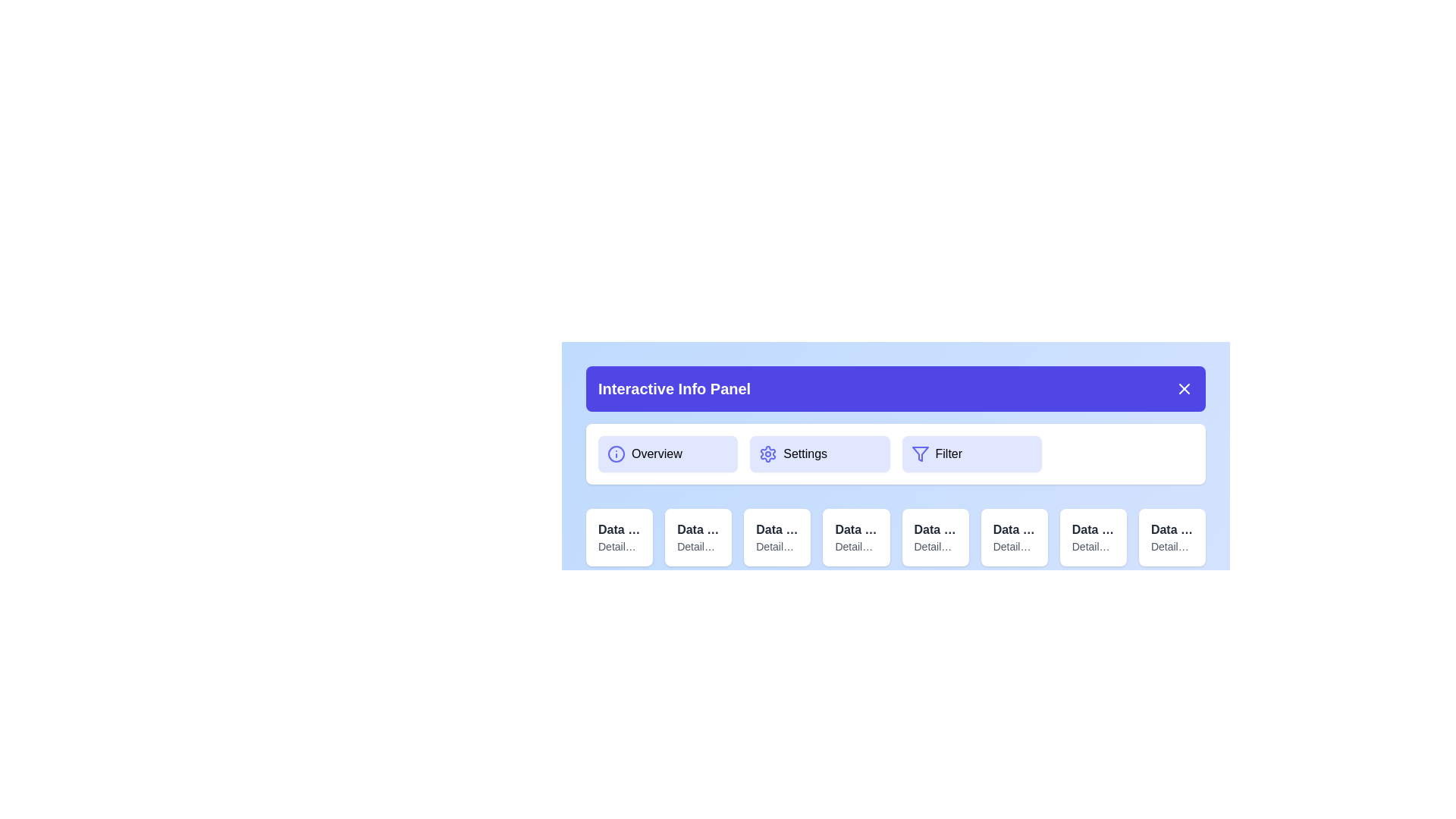 The width and height of the screenshot is (1456, 819). What do you see at coordinates (971, 453) in the screenshot?
I see `the Filter button in the navigation panel` at bounding box center [971, 453].